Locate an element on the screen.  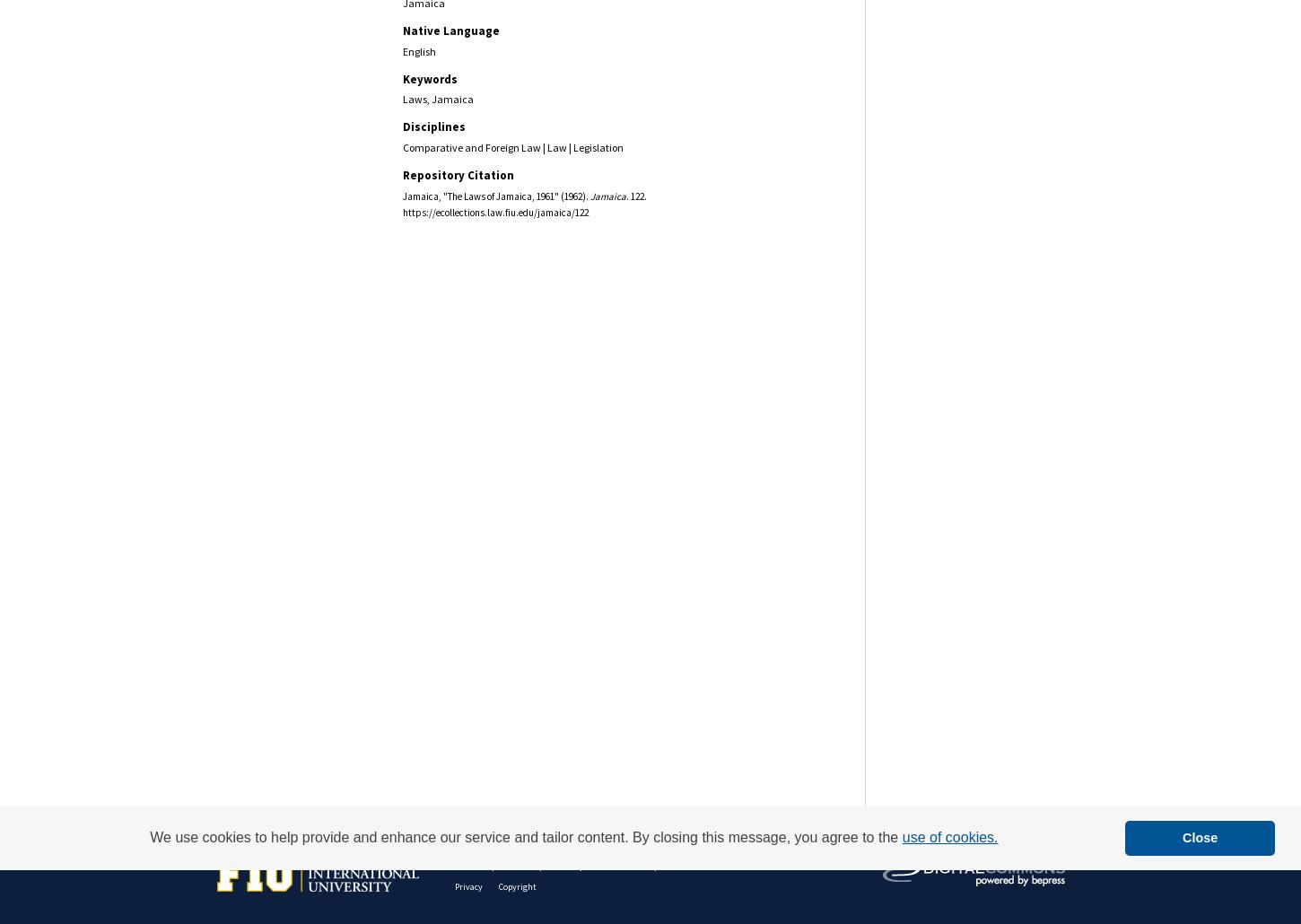
'FAQ' is located at coordinates (560, 863).